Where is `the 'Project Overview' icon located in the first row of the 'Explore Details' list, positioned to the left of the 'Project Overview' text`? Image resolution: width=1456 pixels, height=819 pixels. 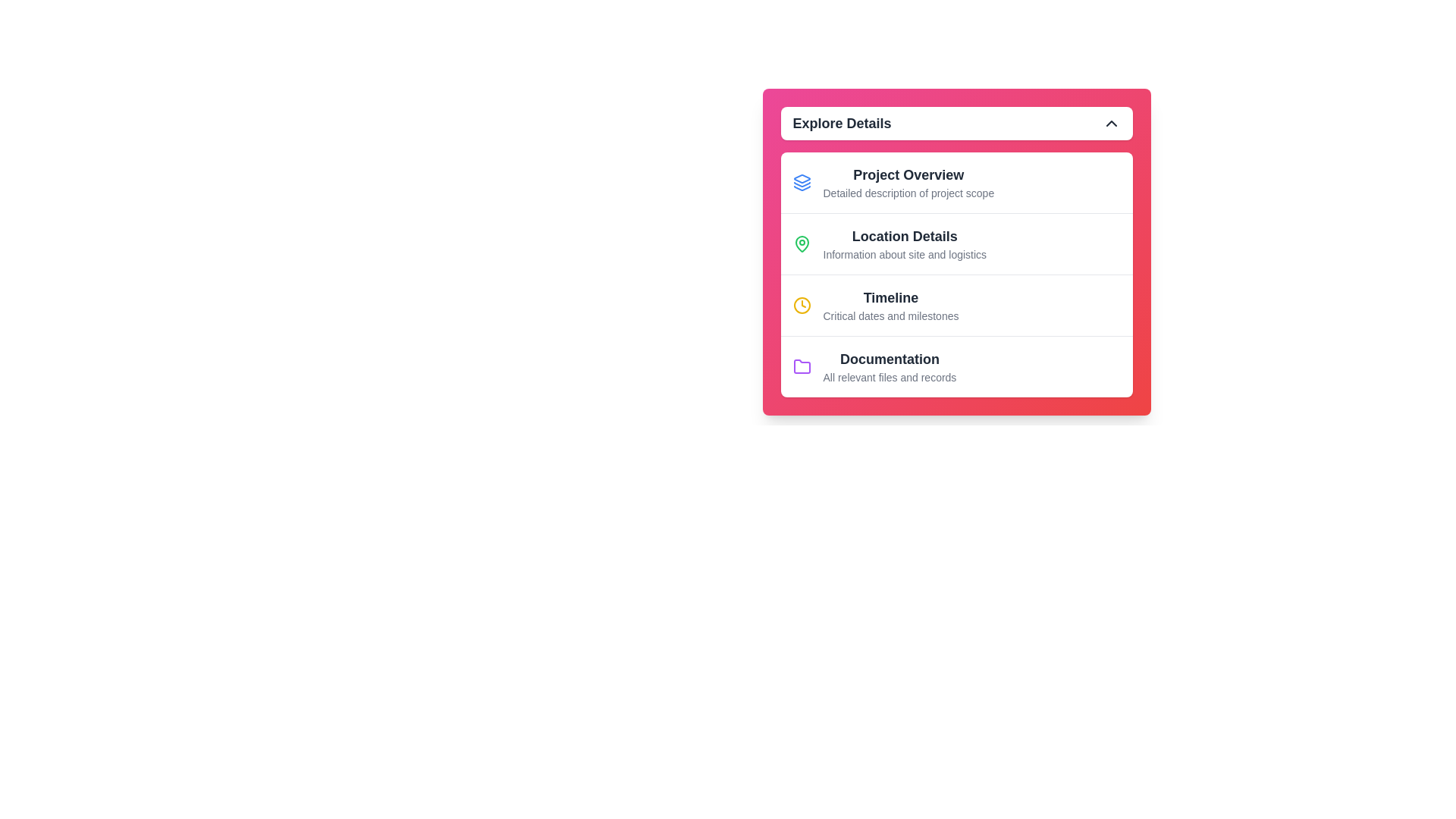 the 'Project Overview' icon located in the first row of the 'Explore Details' list, positioned to the left of the 'Project Overview' text is located at coordinates (801, 181).